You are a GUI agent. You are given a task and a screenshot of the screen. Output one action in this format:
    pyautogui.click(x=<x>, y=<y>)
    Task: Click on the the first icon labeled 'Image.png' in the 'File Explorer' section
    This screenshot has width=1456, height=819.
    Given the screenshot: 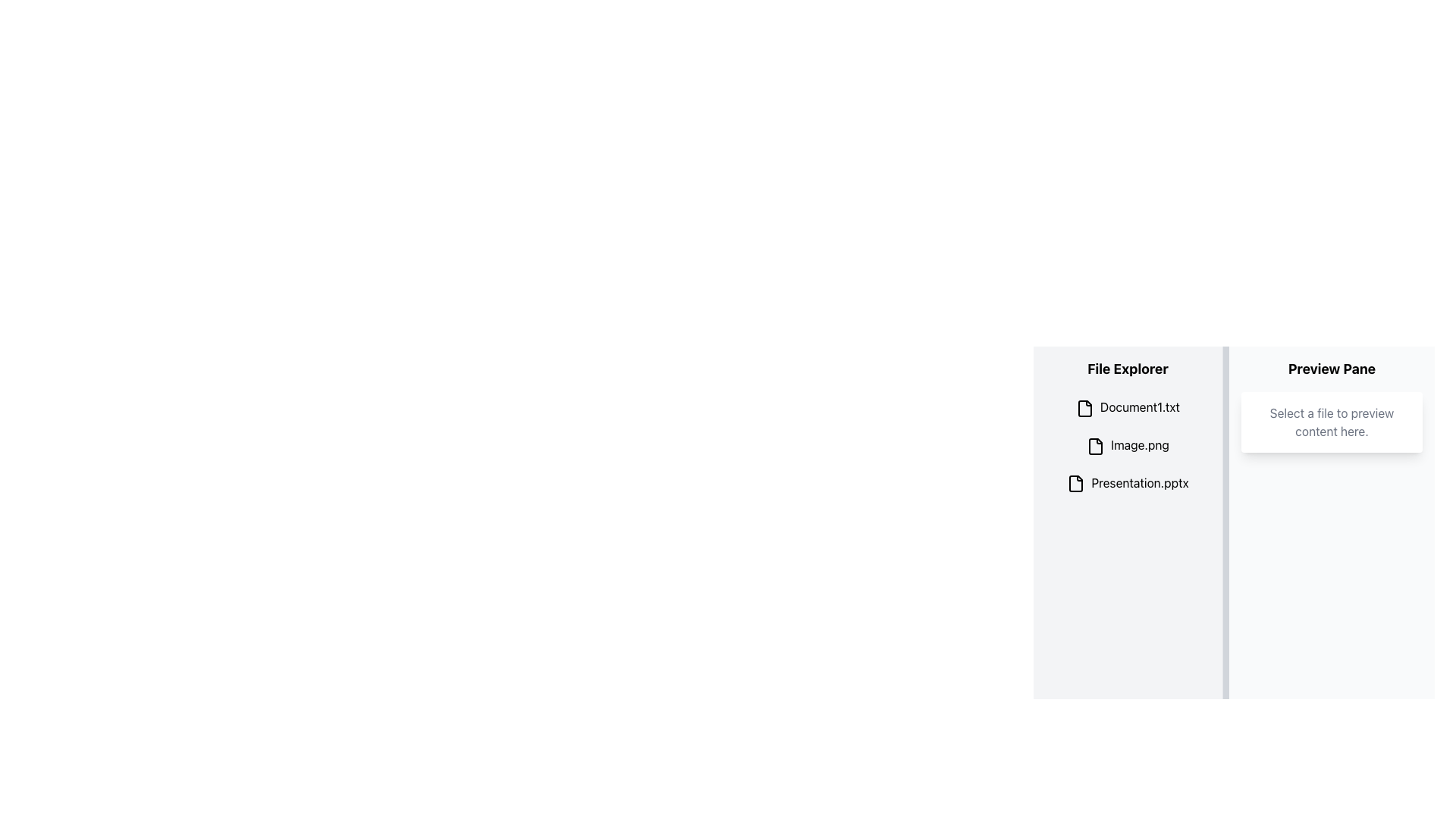 What is the action you would take?
    pyautogui.click(x=1096, y=445)
    